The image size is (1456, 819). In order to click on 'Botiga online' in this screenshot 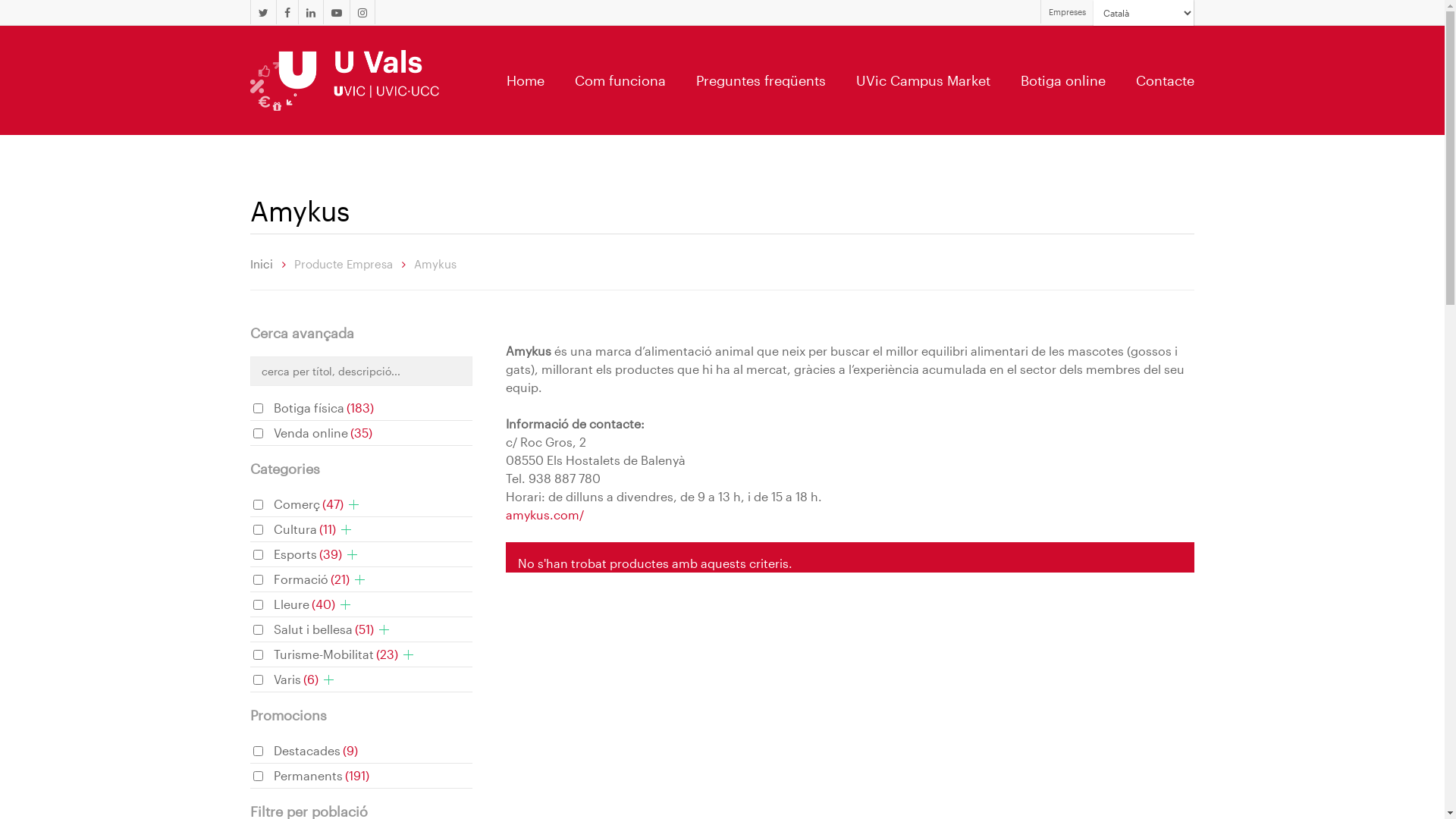, I will do `click(1062, 80)`.